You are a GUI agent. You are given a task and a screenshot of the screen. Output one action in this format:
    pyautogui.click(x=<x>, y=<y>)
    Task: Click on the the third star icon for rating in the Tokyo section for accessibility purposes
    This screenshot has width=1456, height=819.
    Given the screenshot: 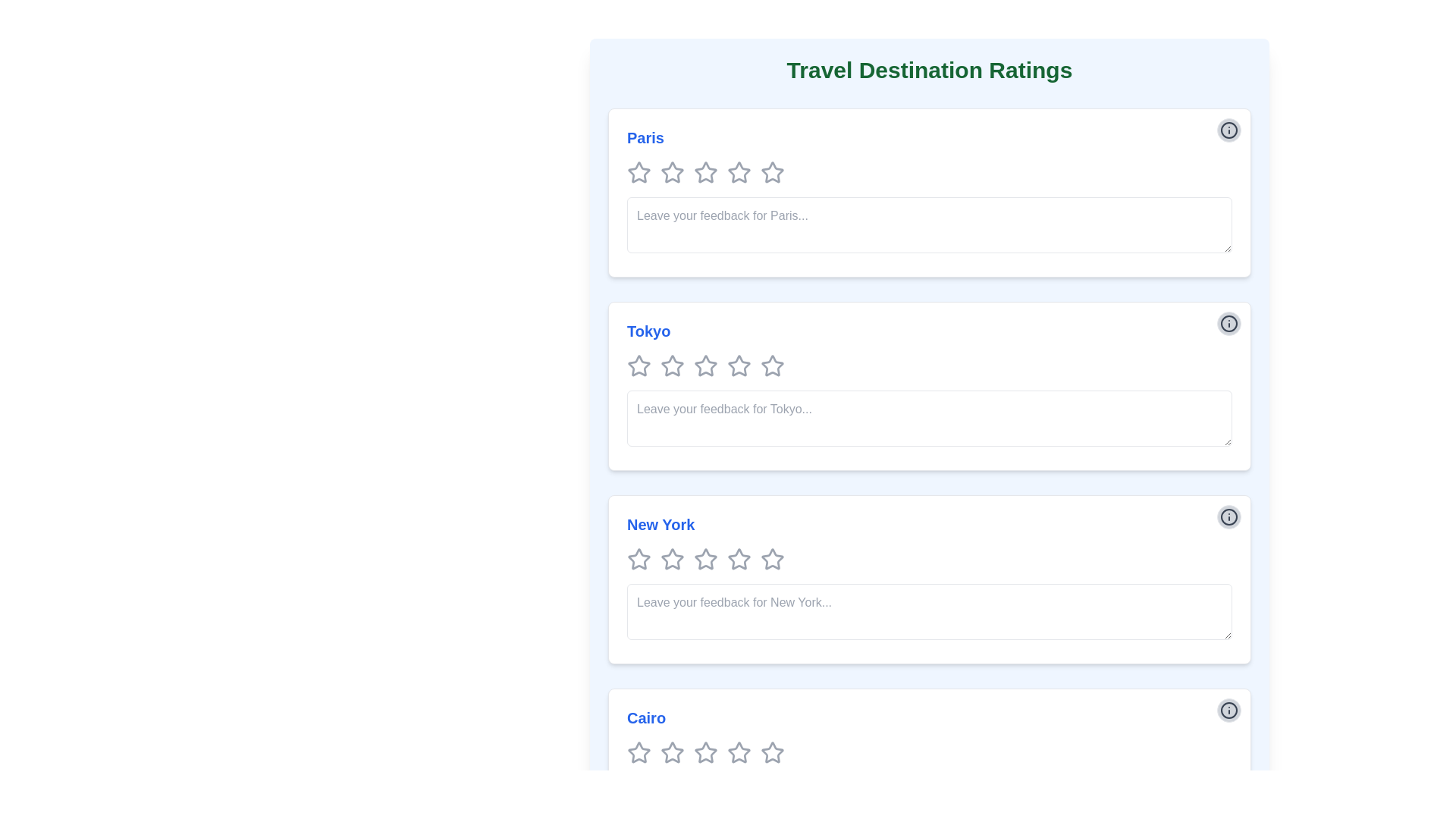 What is the action you would take?
    pyautogui.click(x=739, y=366)
    